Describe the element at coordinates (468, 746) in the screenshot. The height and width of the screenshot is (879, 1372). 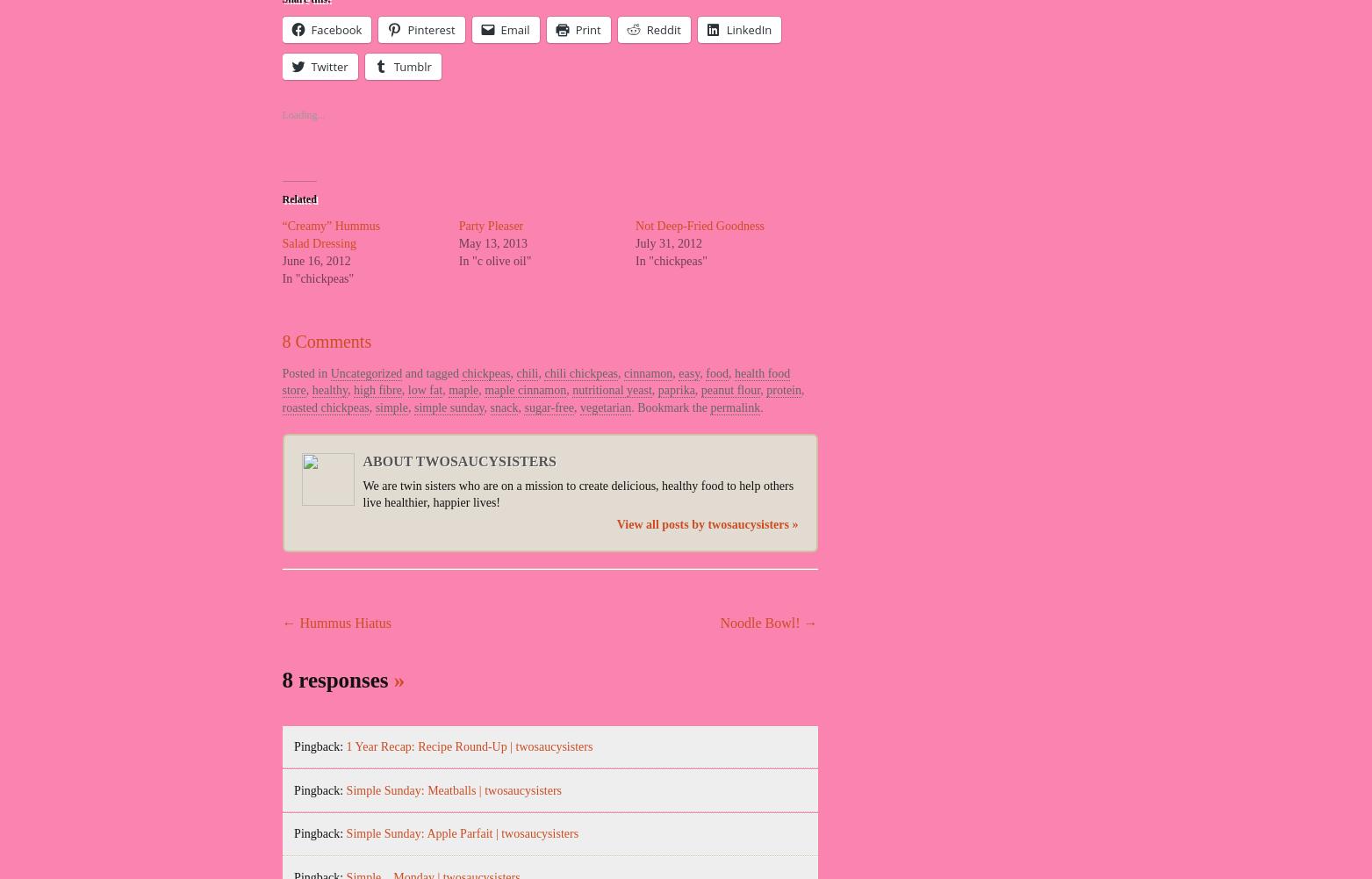
I see `'1 Year Recap: Recipe Round-Up | twosaucysisters'` at that location.